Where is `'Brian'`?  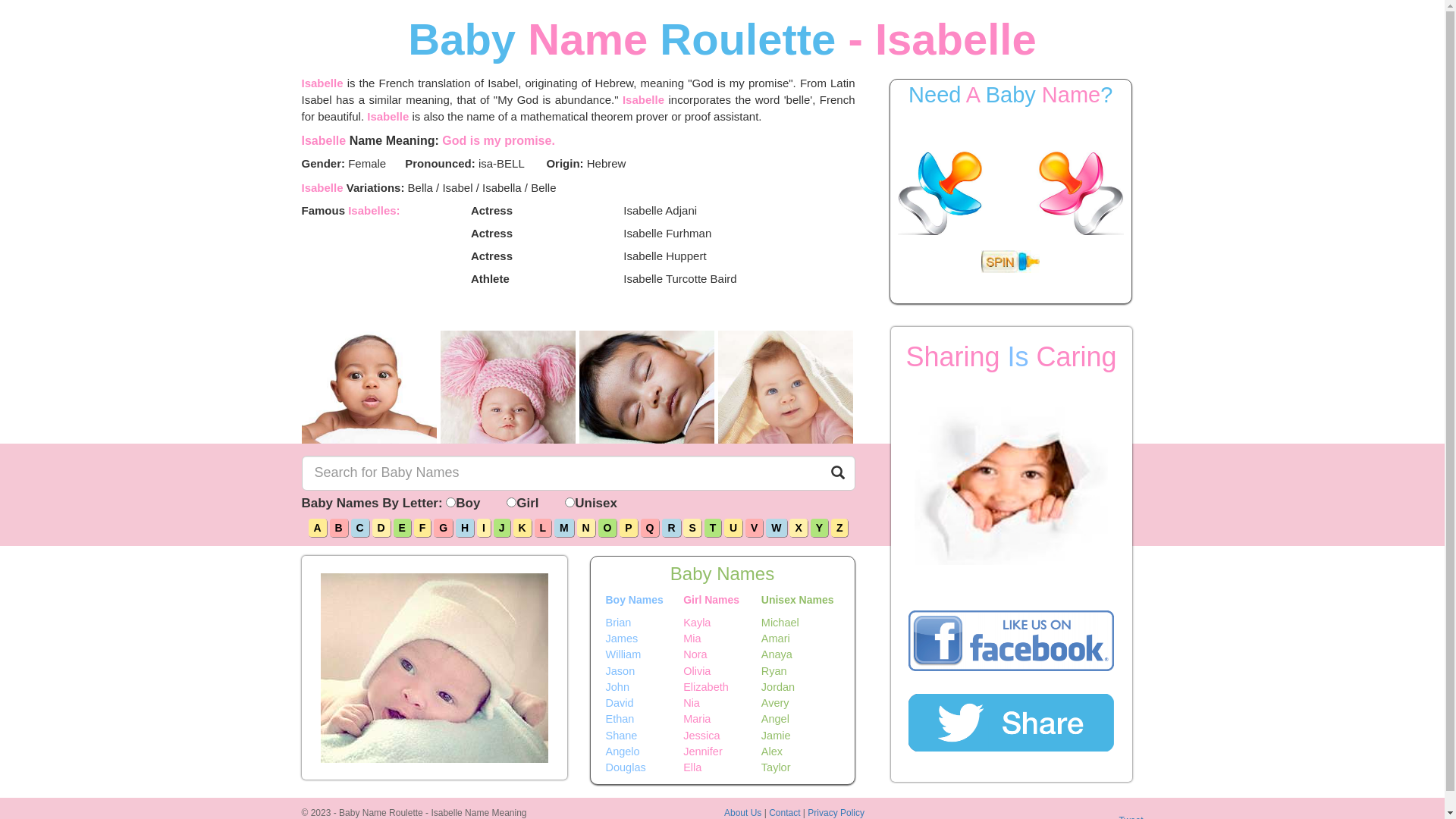 'Brian' is located at coordinates (604, 622).